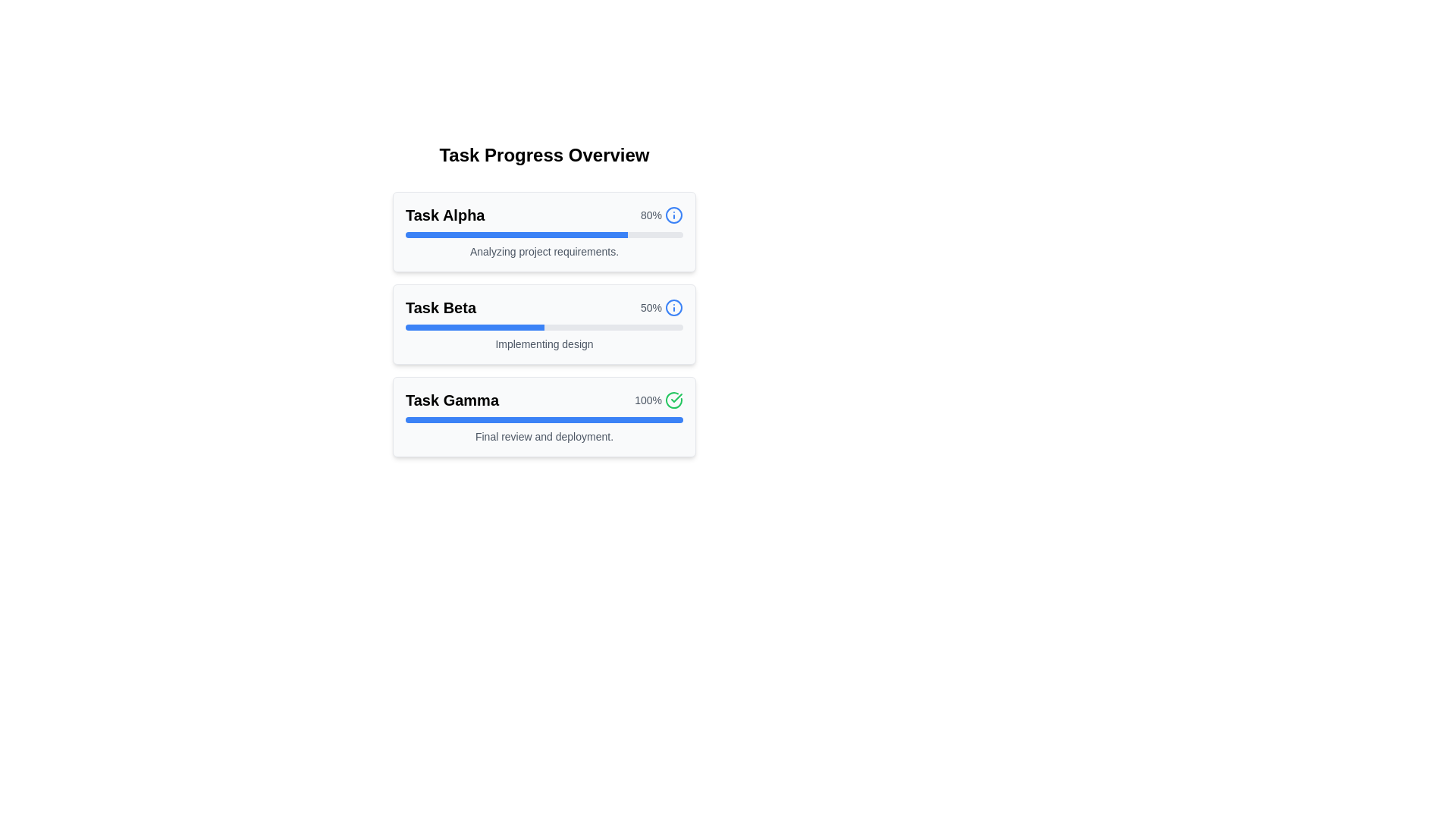 The height and width of the screenshot is (819, 1456). What do you see at coordinates (474, 327) in the screenshot?
I see `the filled segment of the progress bar indicating 50% completion of 'Task Beta' in the 'Task Progress Overview' section` at bounding box center [474, 327].